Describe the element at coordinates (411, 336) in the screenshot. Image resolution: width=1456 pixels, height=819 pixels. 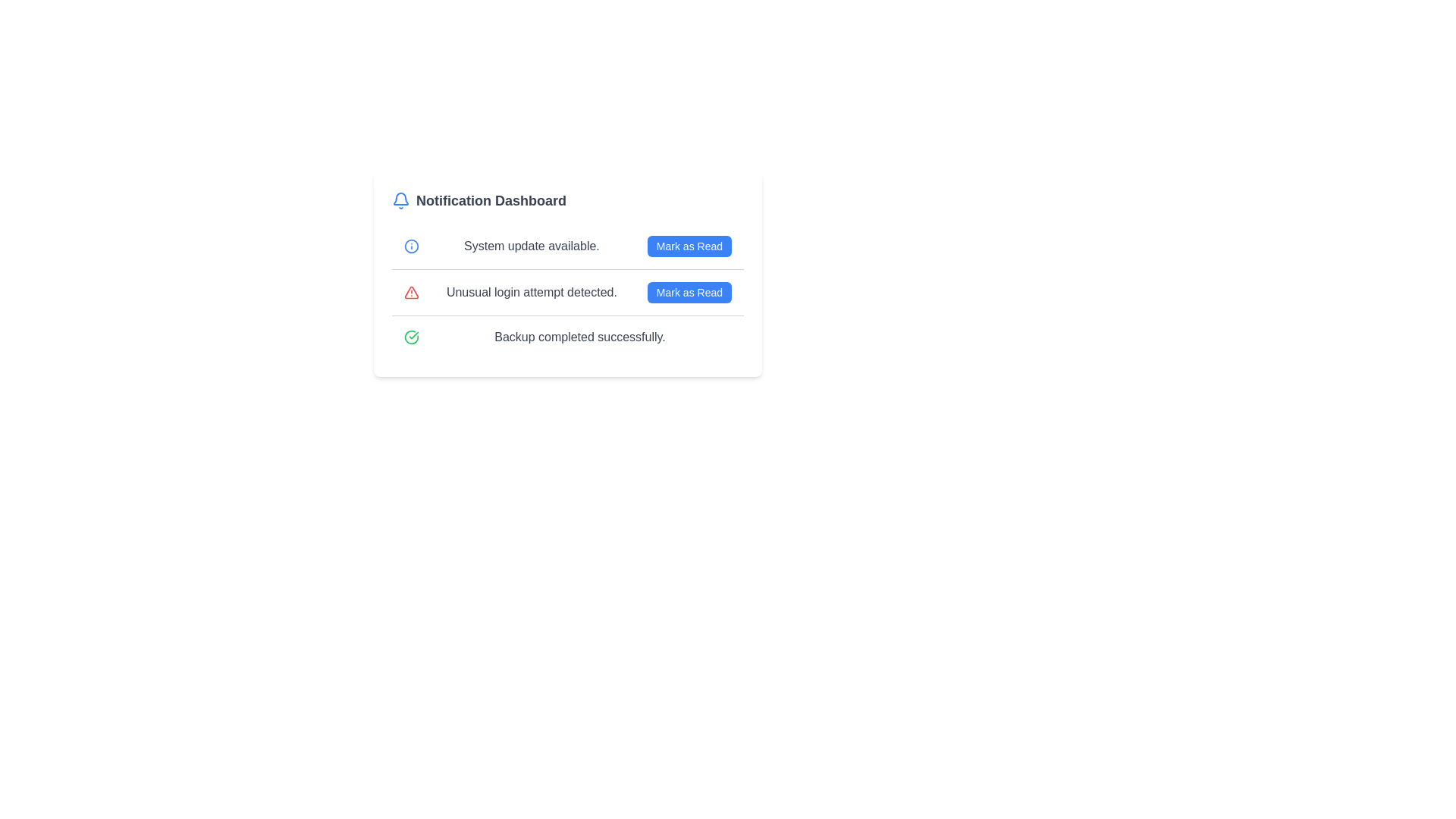
I see `the green circle SVG graphic indicating success in the 'Backup completed successfully.' notification row` at that location.